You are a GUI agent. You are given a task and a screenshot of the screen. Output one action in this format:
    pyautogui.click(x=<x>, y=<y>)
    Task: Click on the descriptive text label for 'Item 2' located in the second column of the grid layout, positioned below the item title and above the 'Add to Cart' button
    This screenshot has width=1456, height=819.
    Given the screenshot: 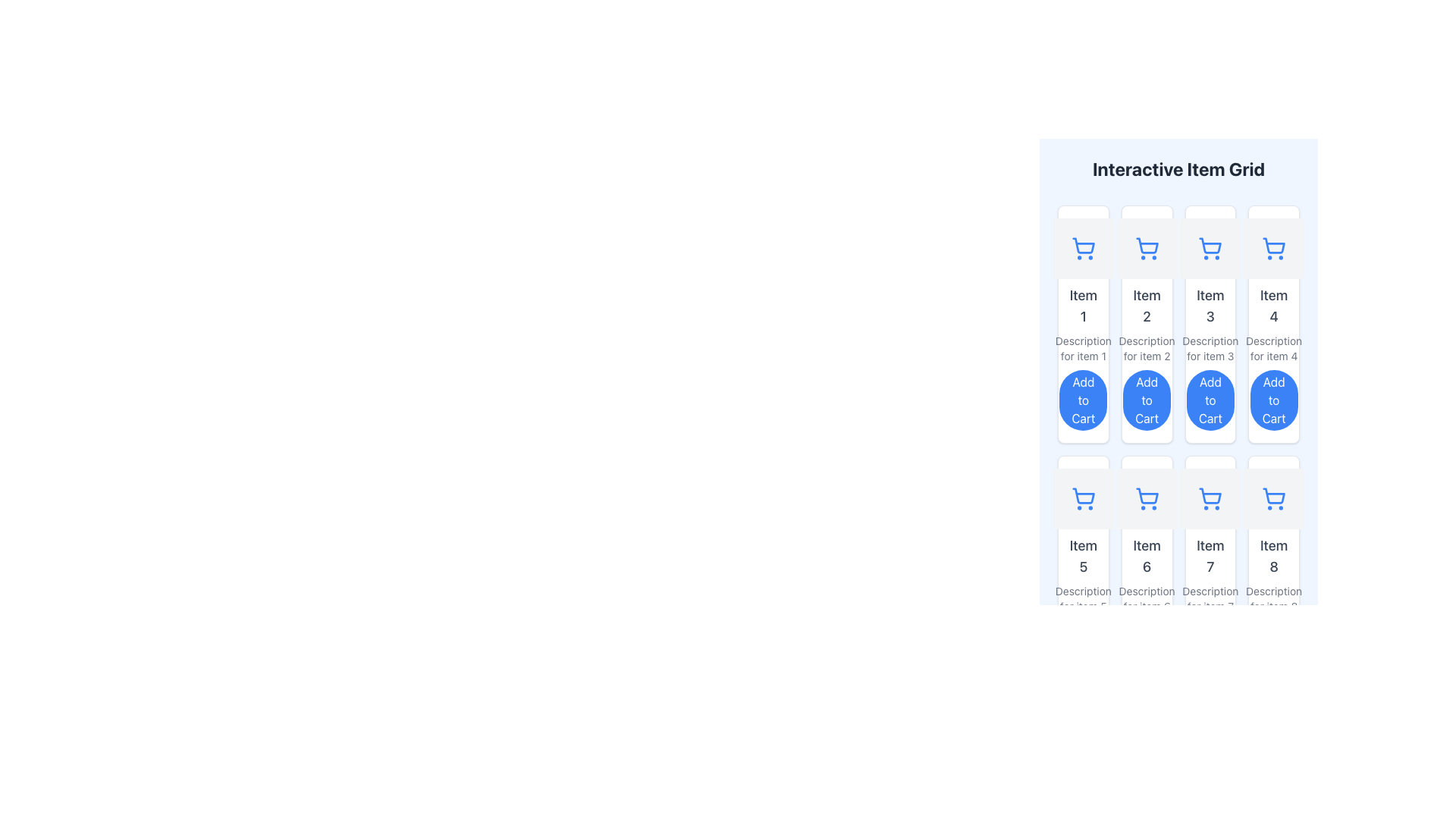 What is the action you would take?
    pyautogui.click(x=1147, y=348)
    